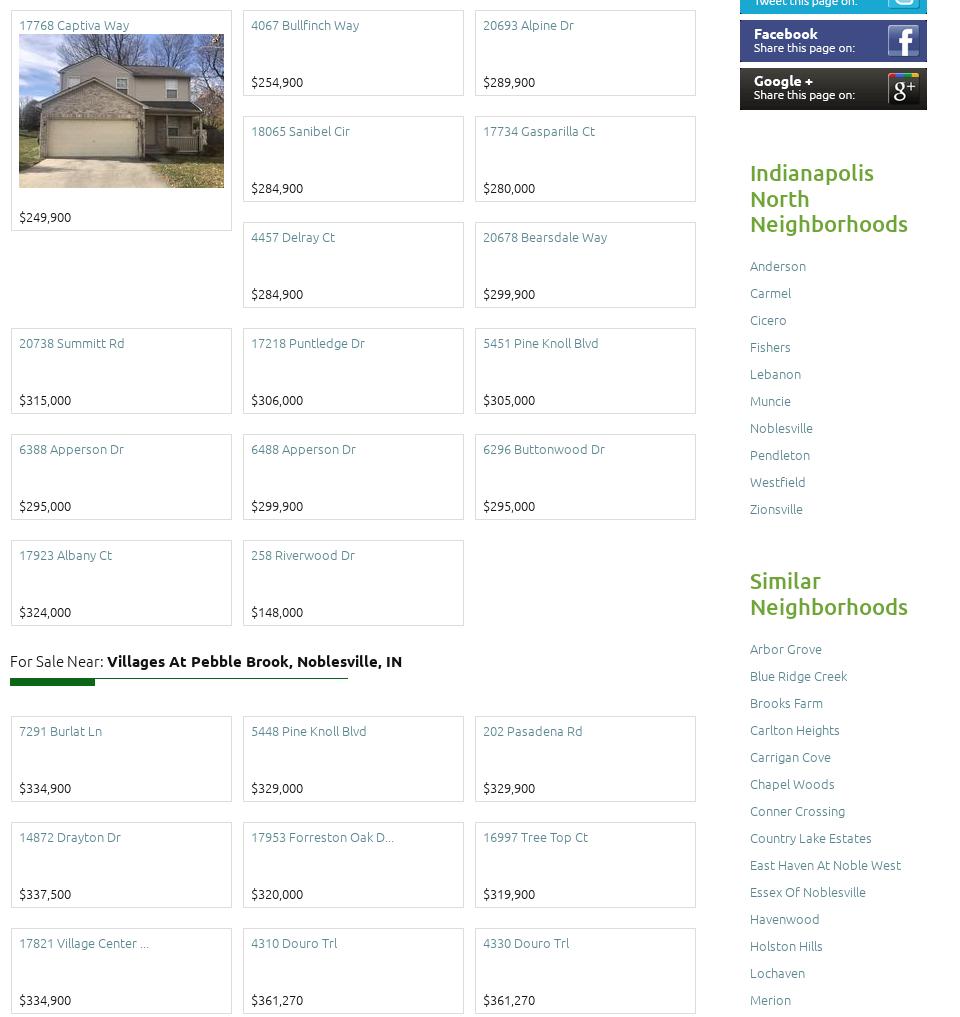 The image size is (960, 1017). Describe the element at coordinates (779, 453) in the screenshot. I see `'Pendleton'` at that location.